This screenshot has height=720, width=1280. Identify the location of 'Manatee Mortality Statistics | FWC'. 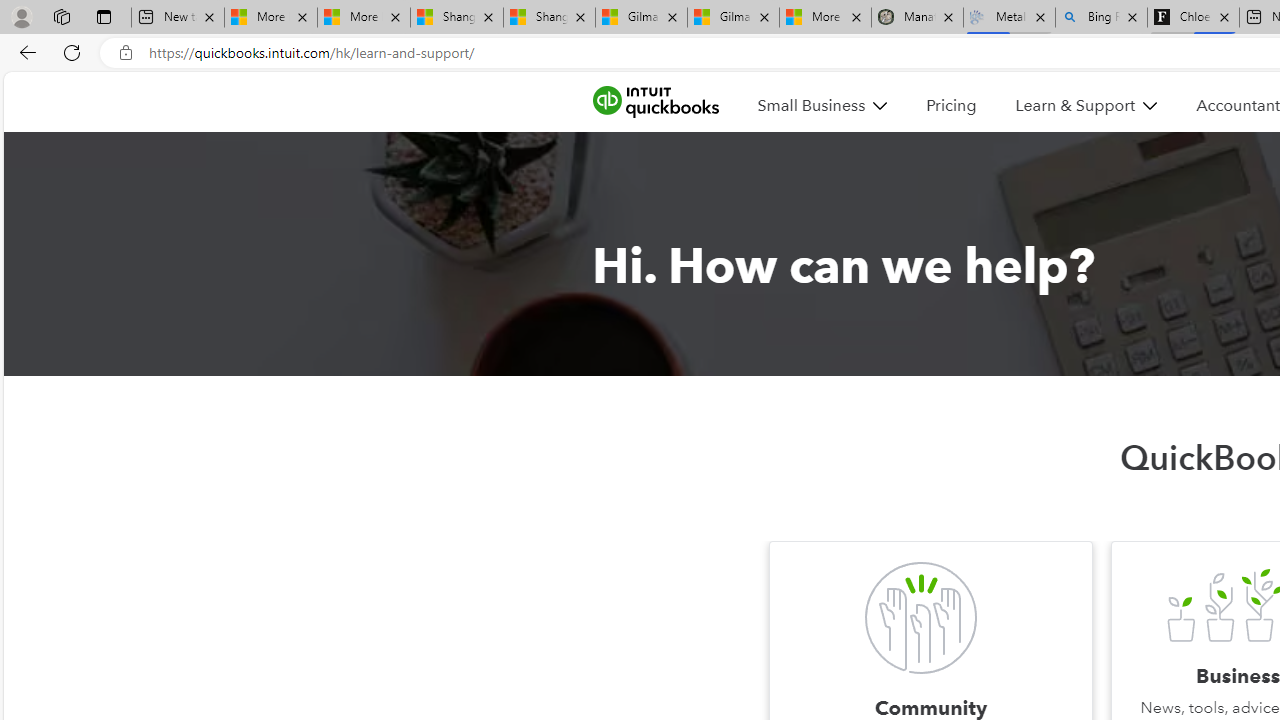
(916, 17).